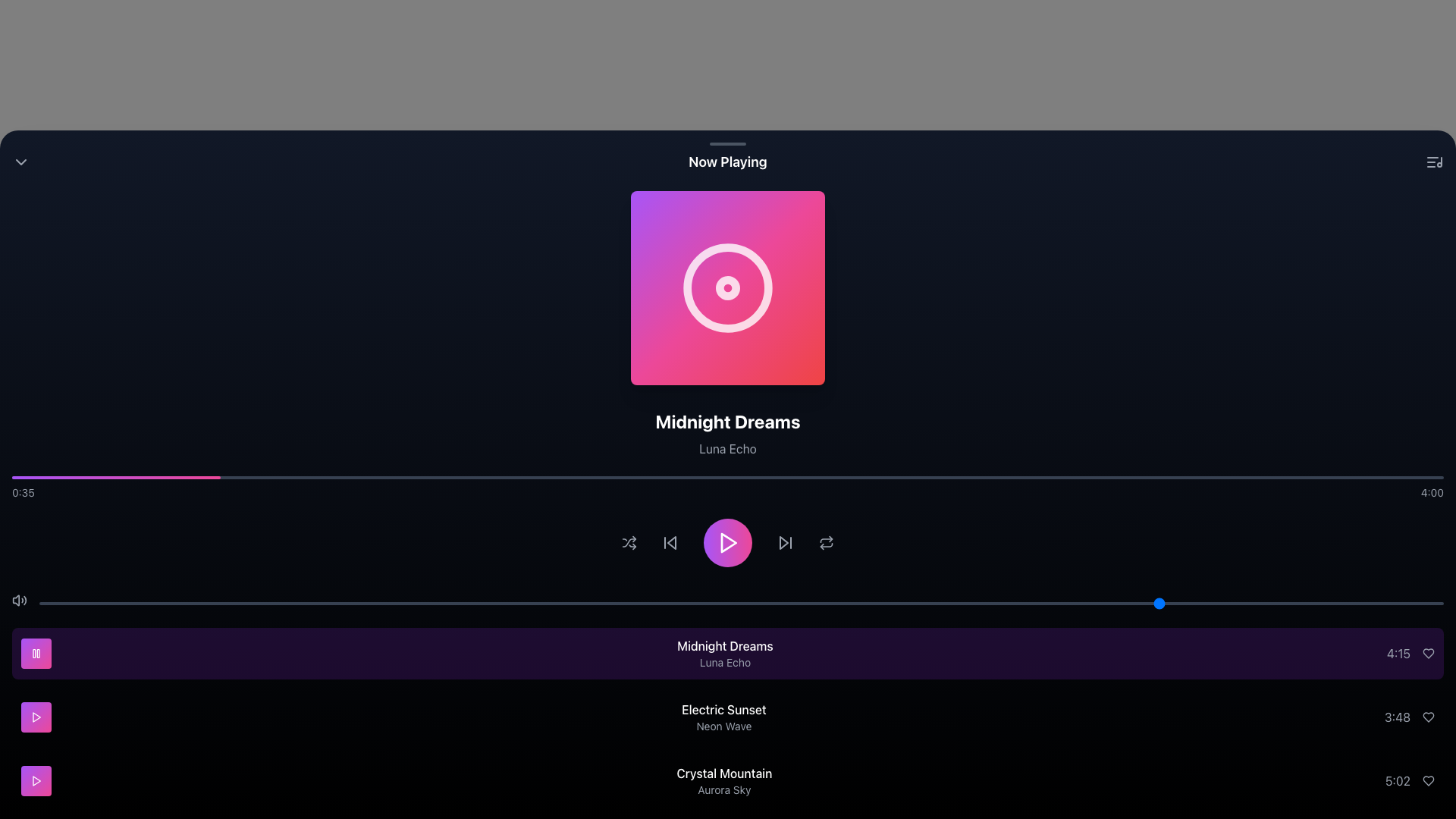 This screenshot has width=1456, height=819. Describe the element at coordinates (854, 602) in the screenshot. I see `the slider value` at that location.